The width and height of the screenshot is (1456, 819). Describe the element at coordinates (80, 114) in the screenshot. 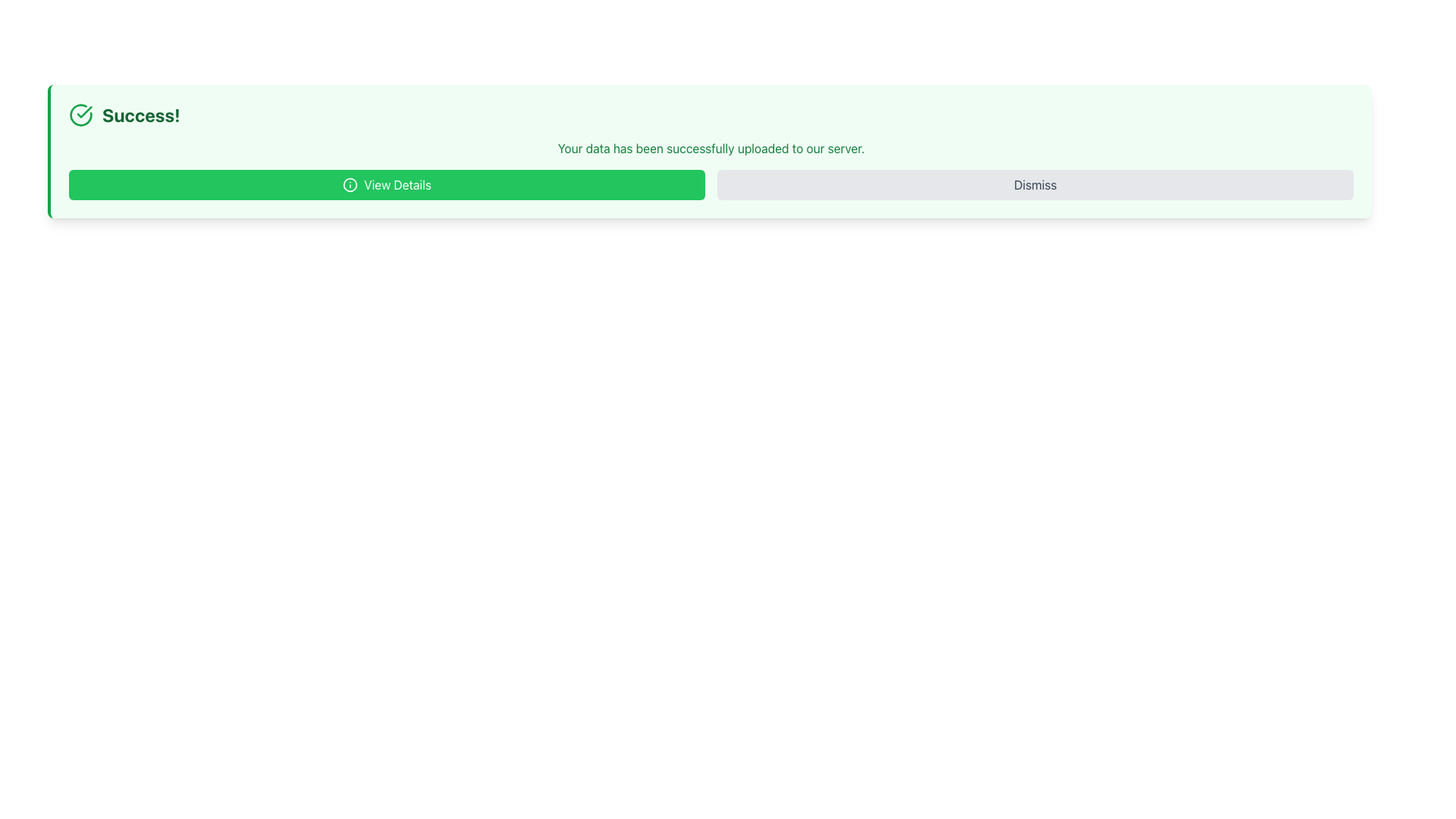

I see `the status indication icon located to the left of the text 'Success!' within the central success message box` at that location.